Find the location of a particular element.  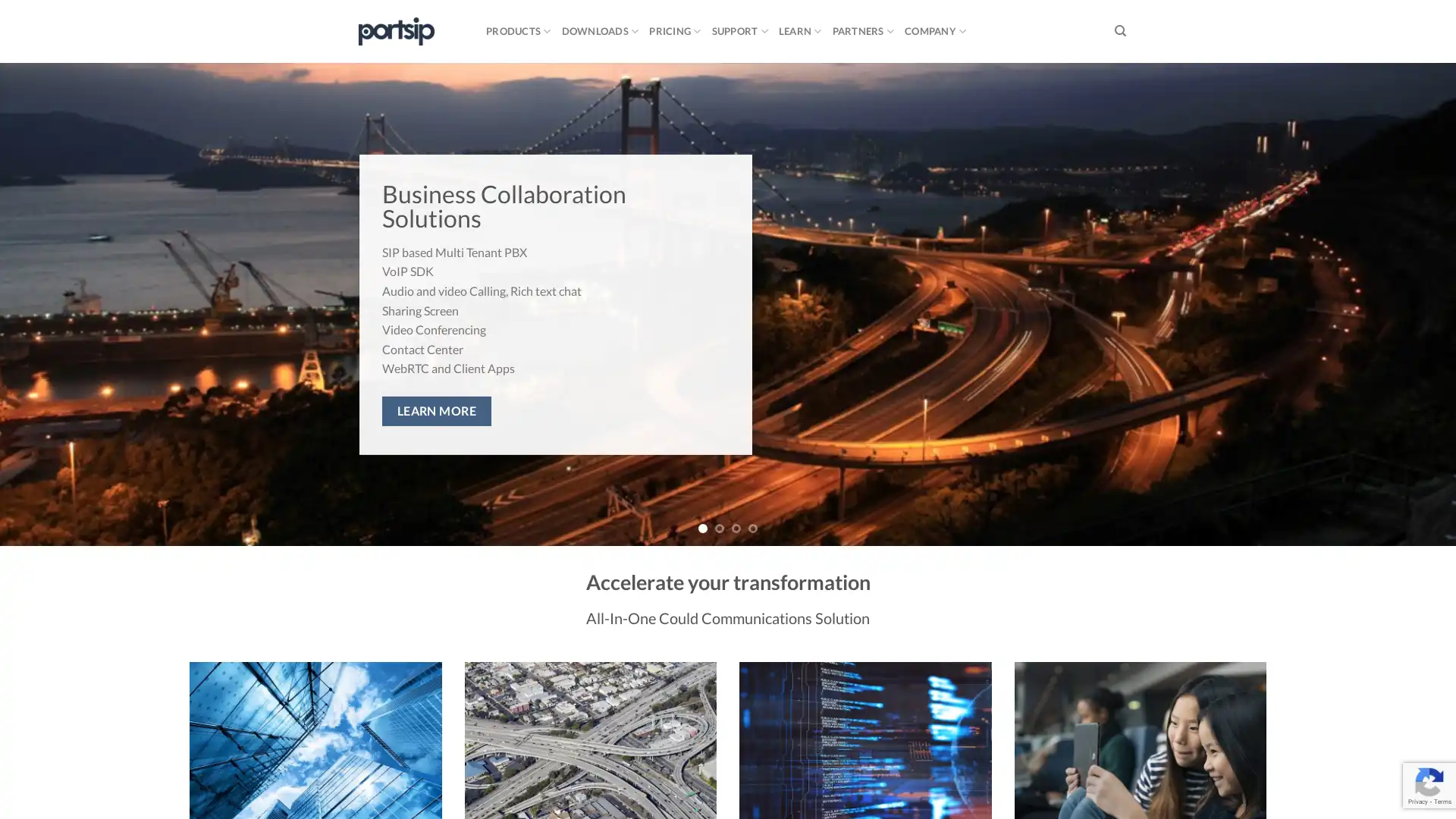

Previous is located at coordinates (47, 304).